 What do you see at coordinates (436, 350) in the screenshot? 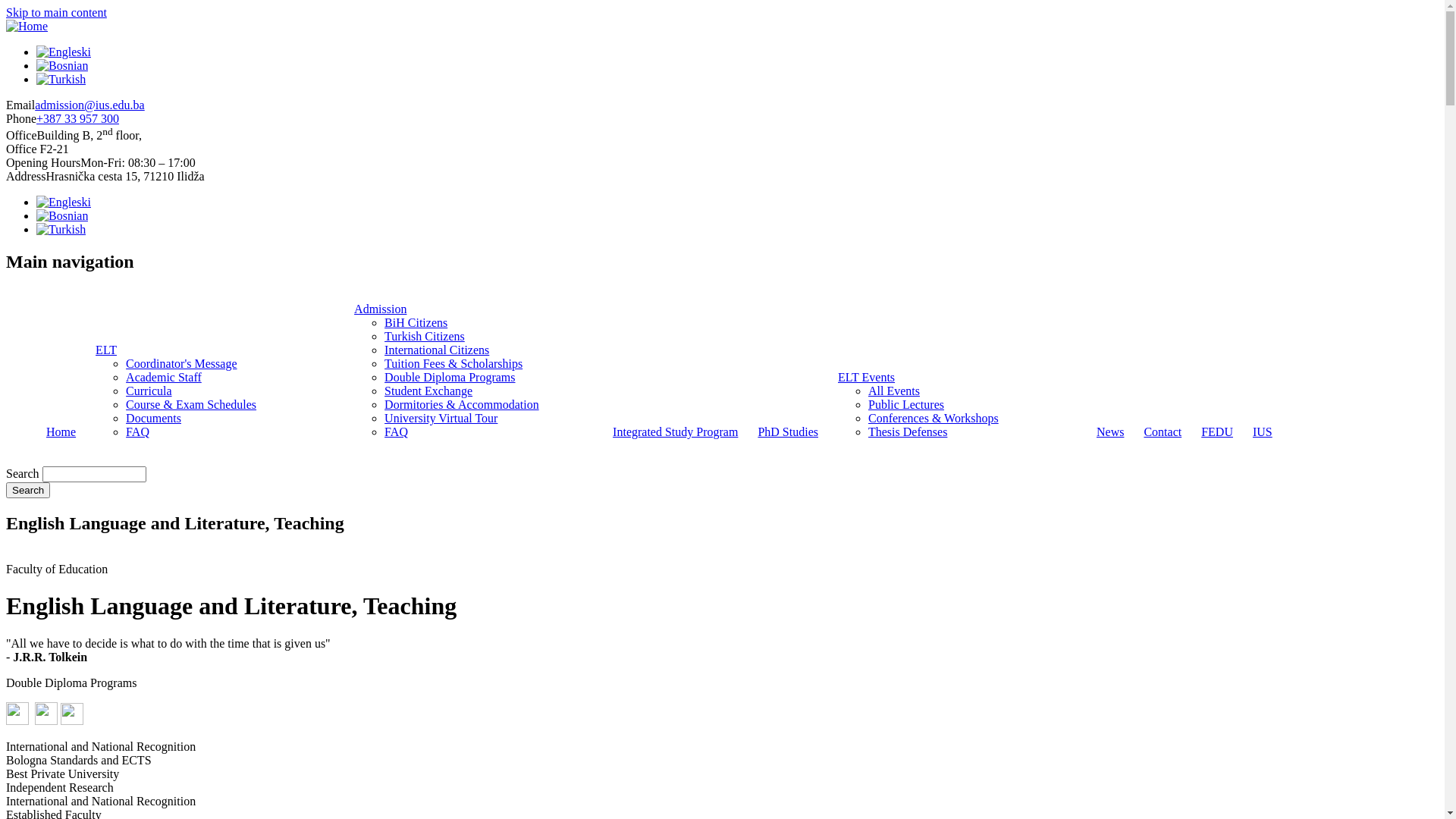
I see `'International Citizens'` at bounding box center [436, 350].